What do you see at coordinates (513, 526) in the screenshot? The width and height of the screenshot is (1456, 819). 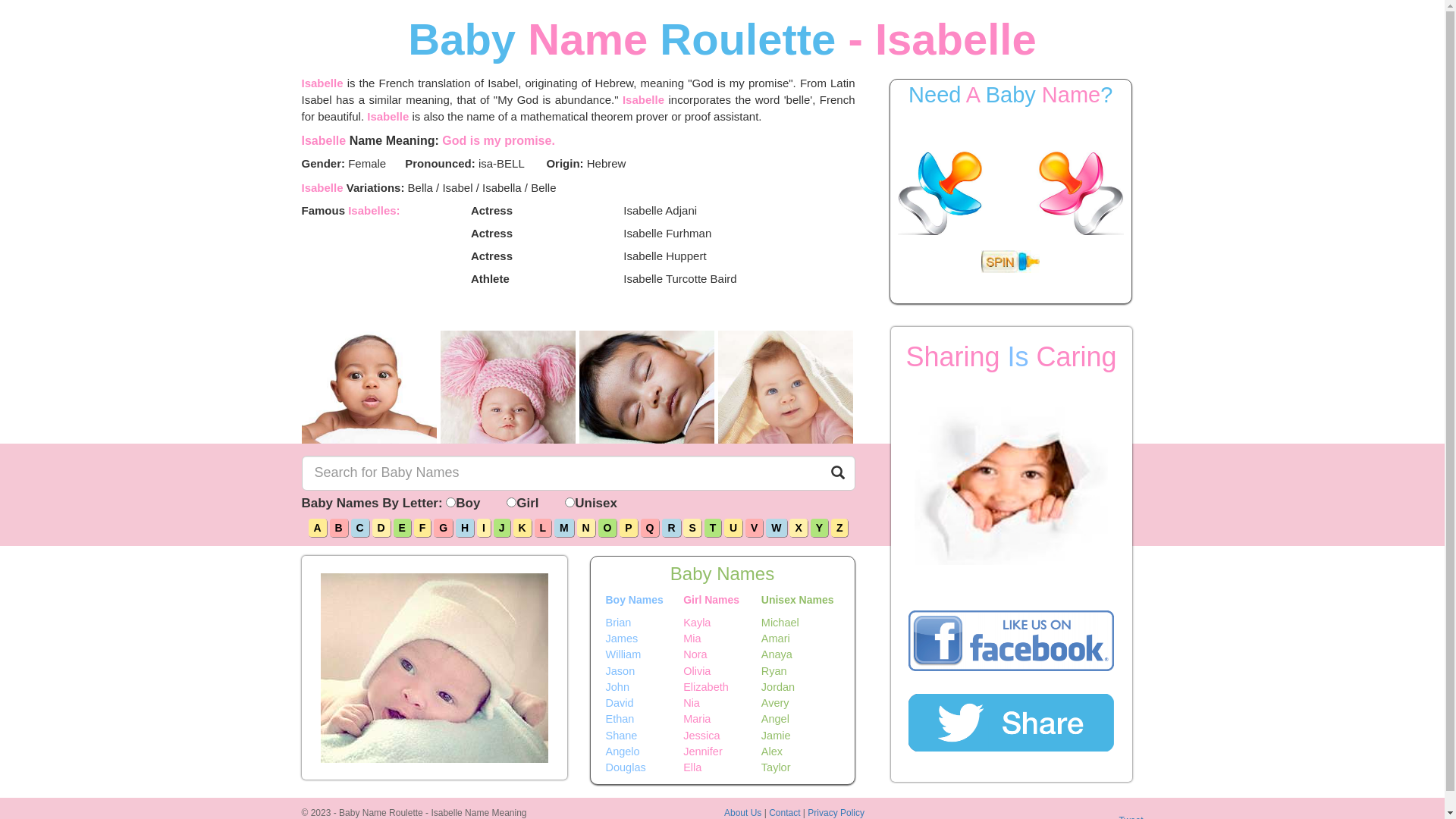 I see `'K'` at bounding box center [513, 526].